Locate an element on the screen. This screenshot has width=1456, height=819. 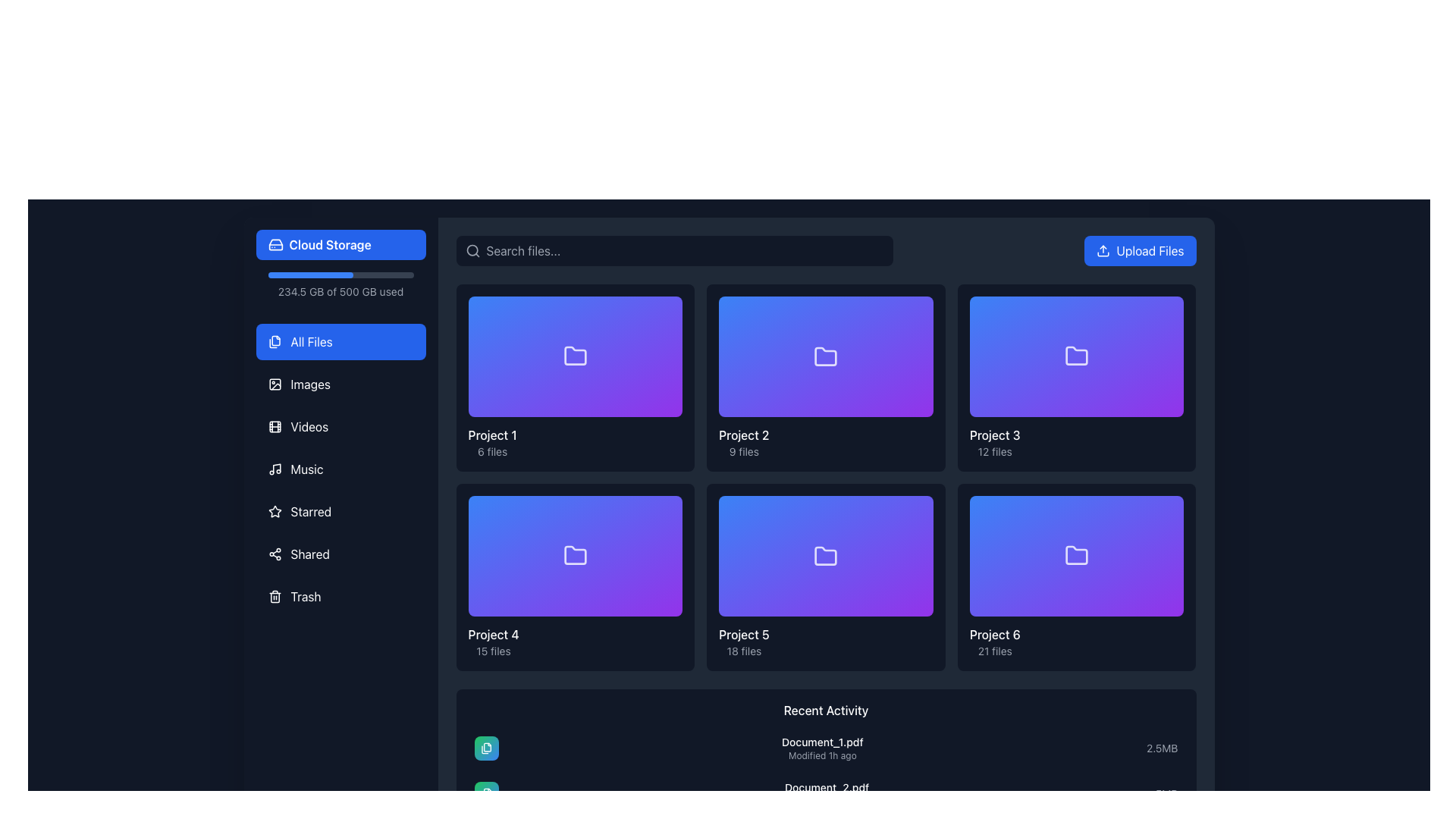
the text label identifying 'Project 1' which contains 6 files, located in the top-left section of the grid layout is located at coordinates (492, 442).